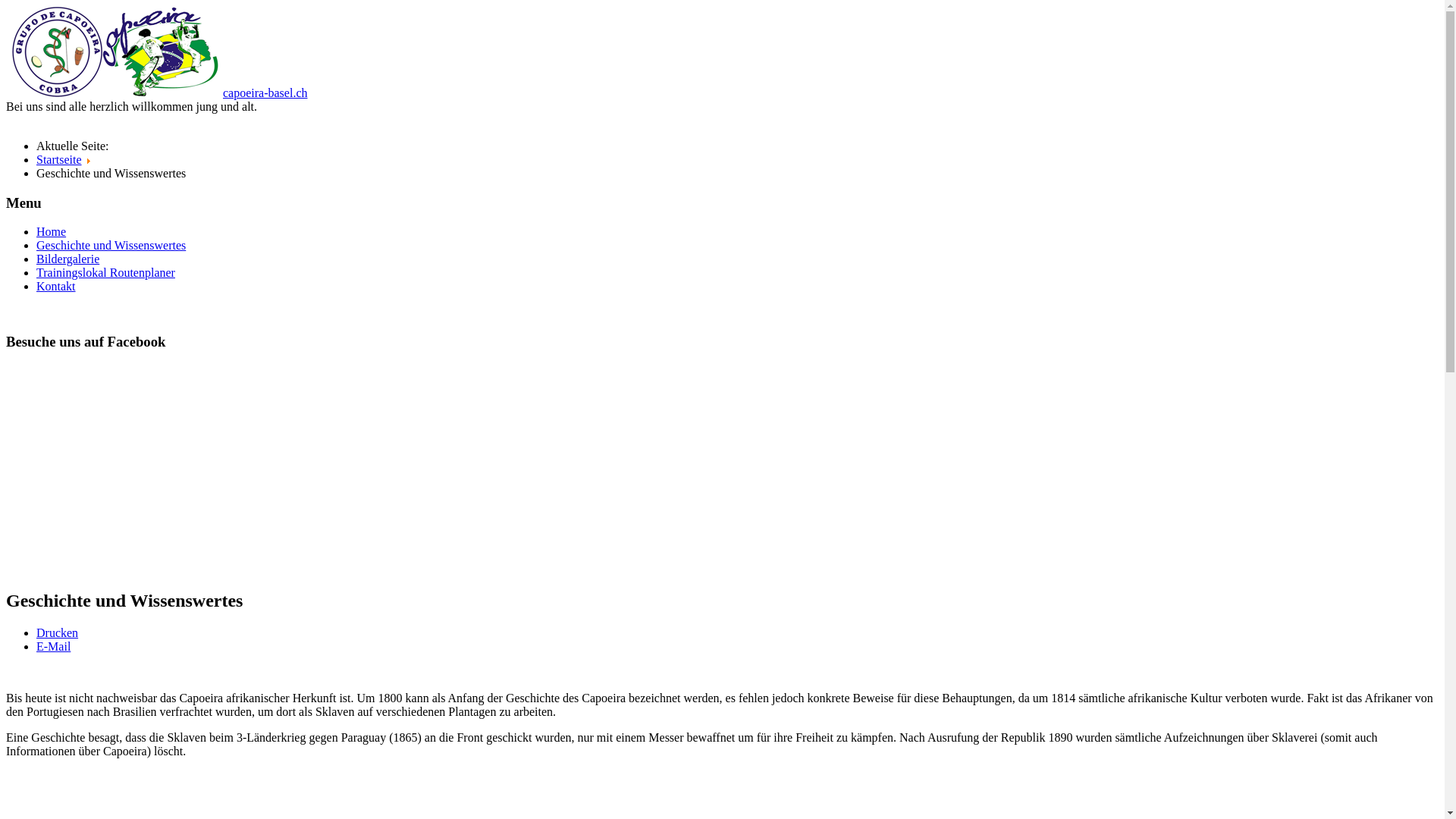 This screenshot has width=1456, height=819. I want to click on 'Home', so click(51, 231).